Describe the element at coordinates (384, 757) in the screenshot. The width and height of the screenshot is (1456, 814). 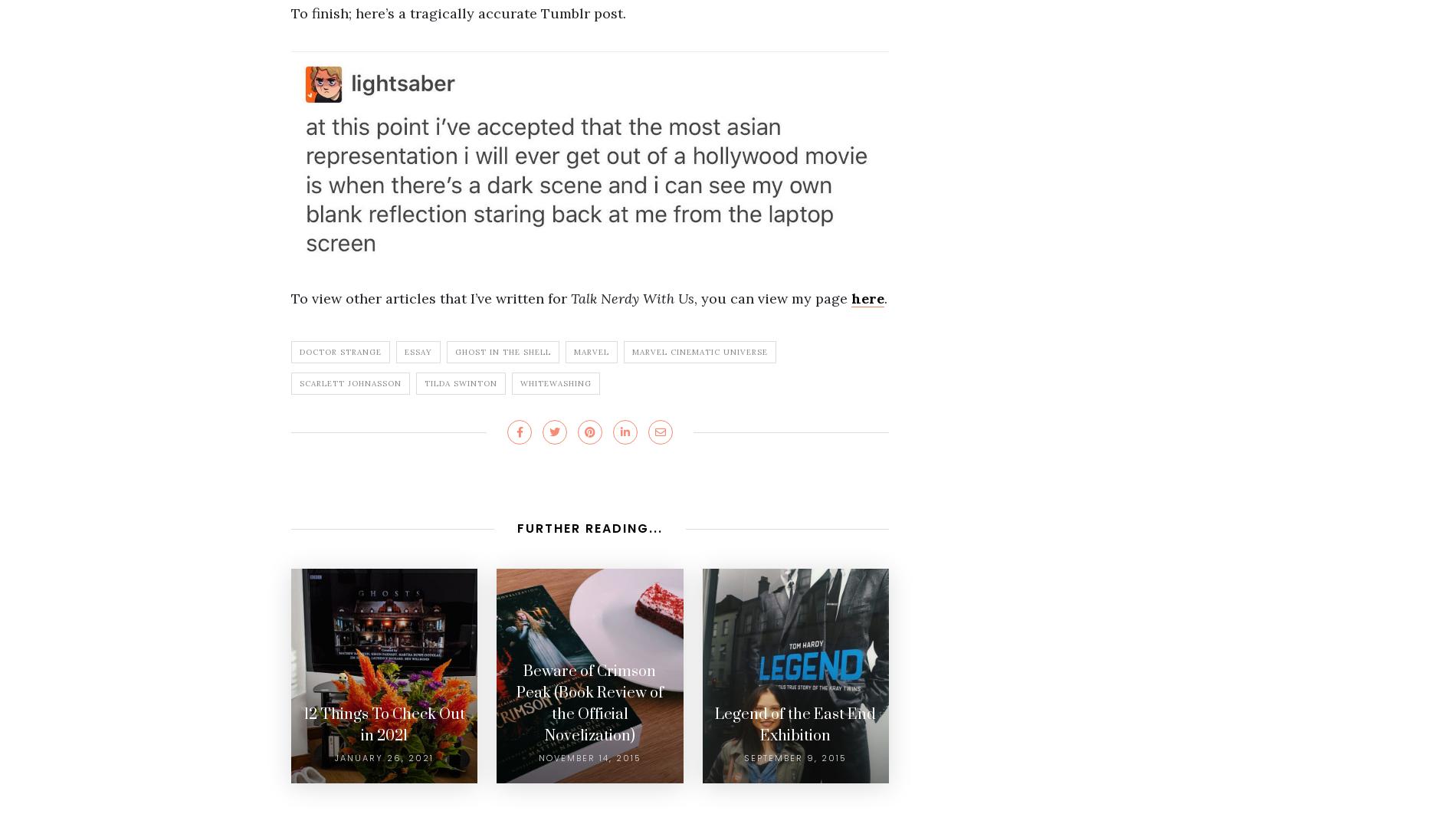
I see `'January 26, 2021'` at that location.